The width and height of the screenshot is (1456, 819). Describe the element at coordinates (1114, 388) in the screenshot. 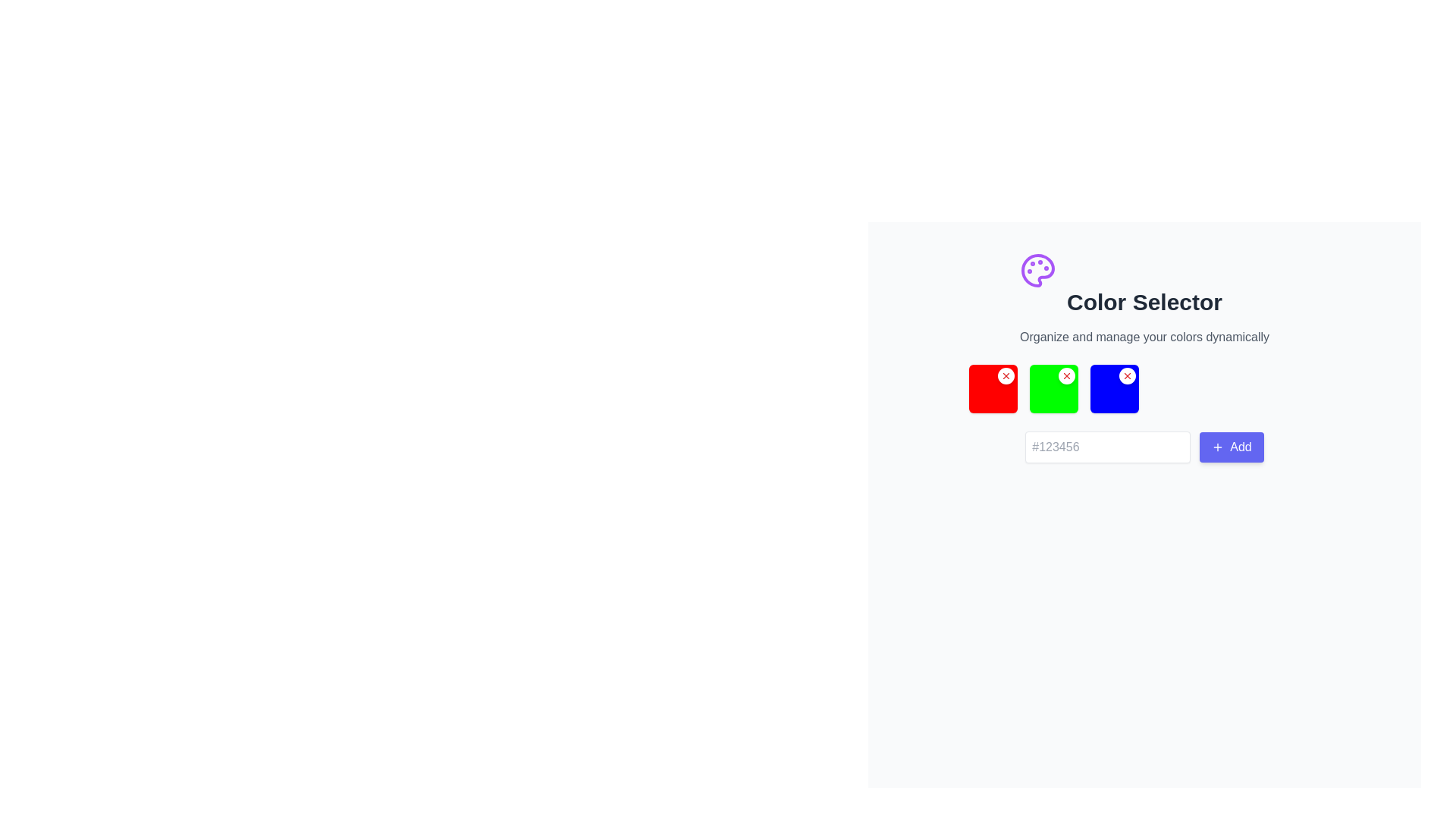

I see `the blue color selection box in the color management interface` at that location.